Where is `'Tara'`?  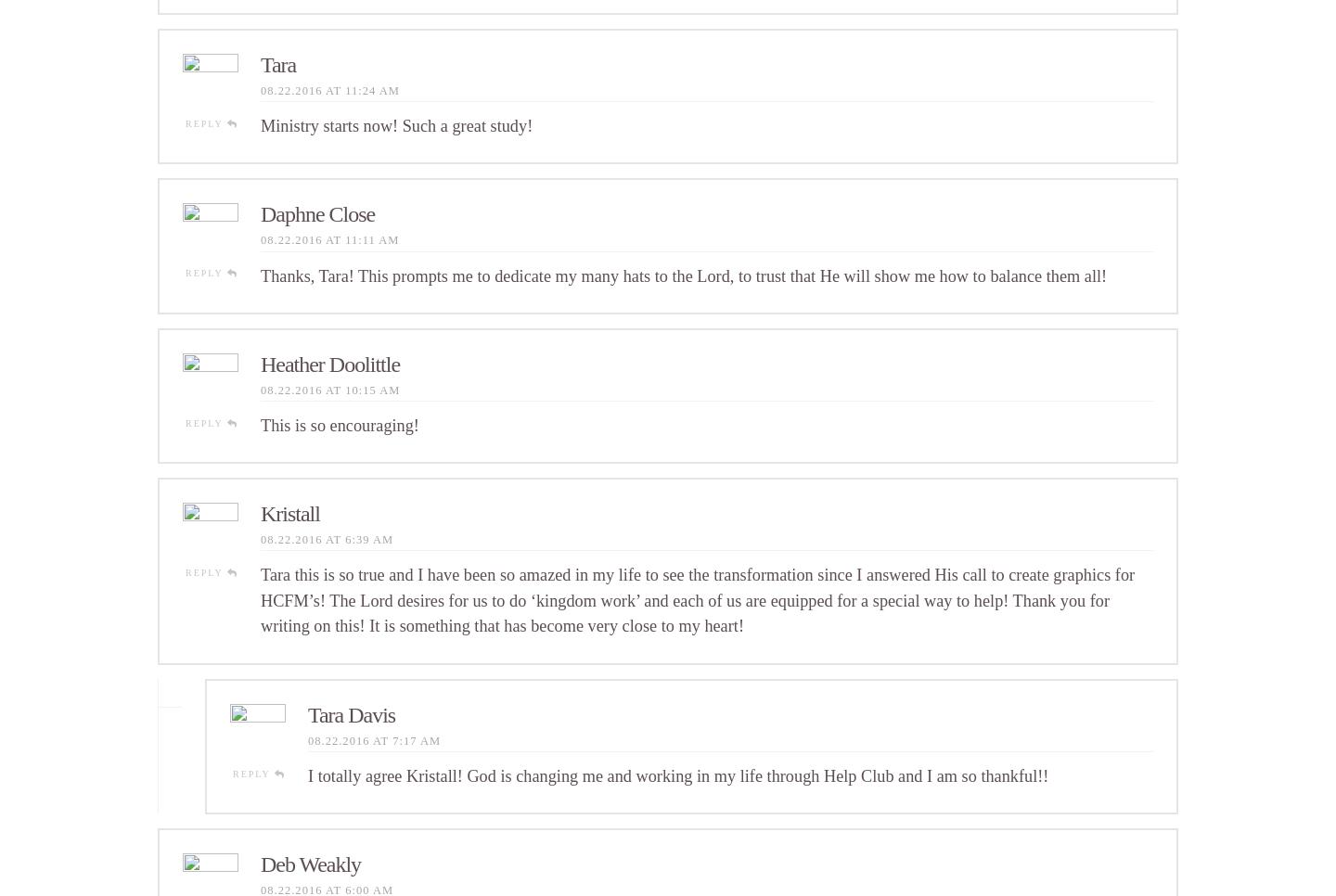 'Tara' is located at coordinates (259, 64).